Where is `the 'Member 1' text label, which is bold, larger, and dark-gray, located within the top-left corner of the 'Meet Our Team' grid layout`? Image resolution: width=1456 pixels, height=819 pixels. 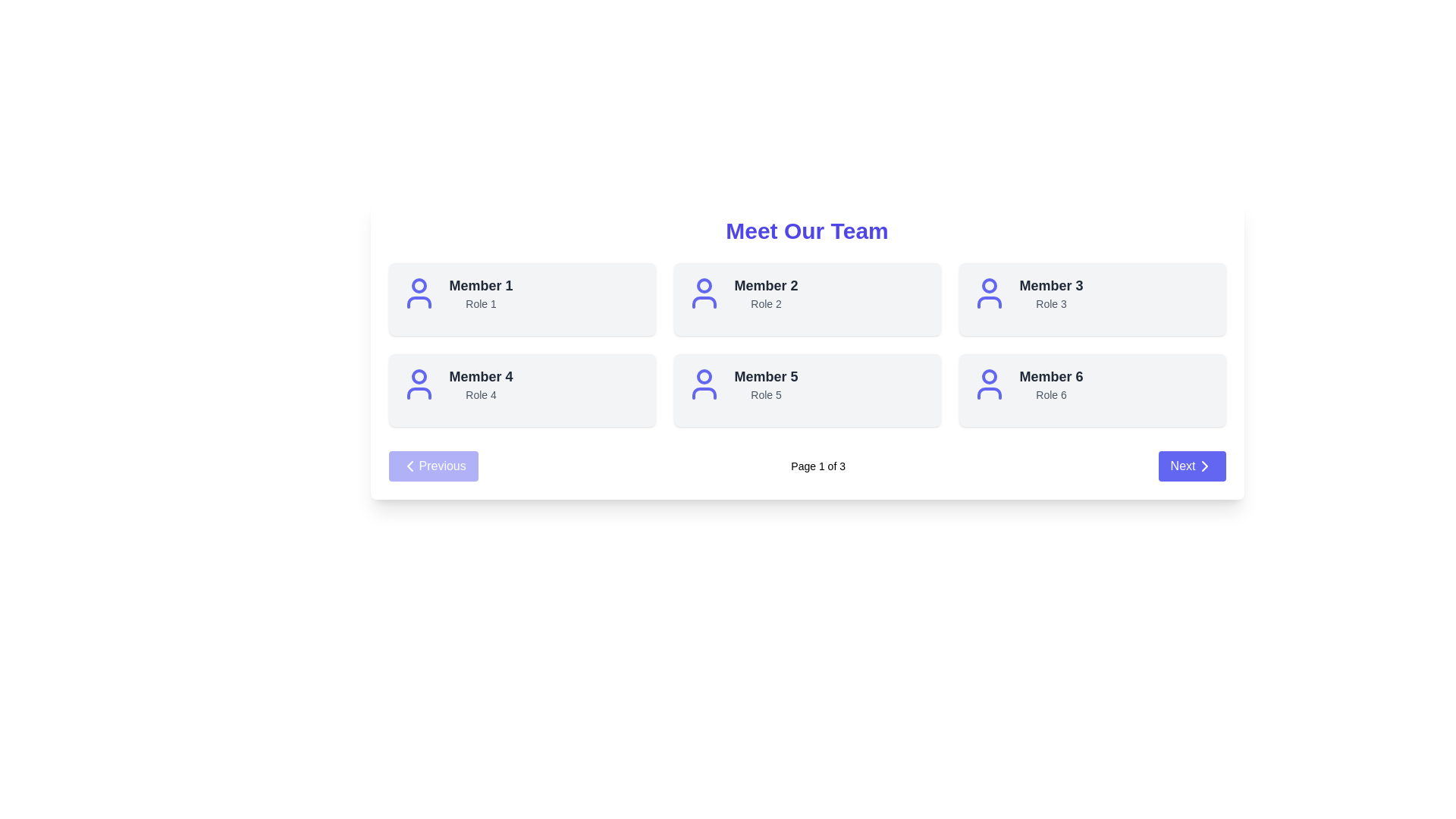
the 'Member 1' text label, which is bold, larger, and dark-gray, located within the top-left corner of the 'Meet Our Team' grid layout is located at coordinates (480, 286).